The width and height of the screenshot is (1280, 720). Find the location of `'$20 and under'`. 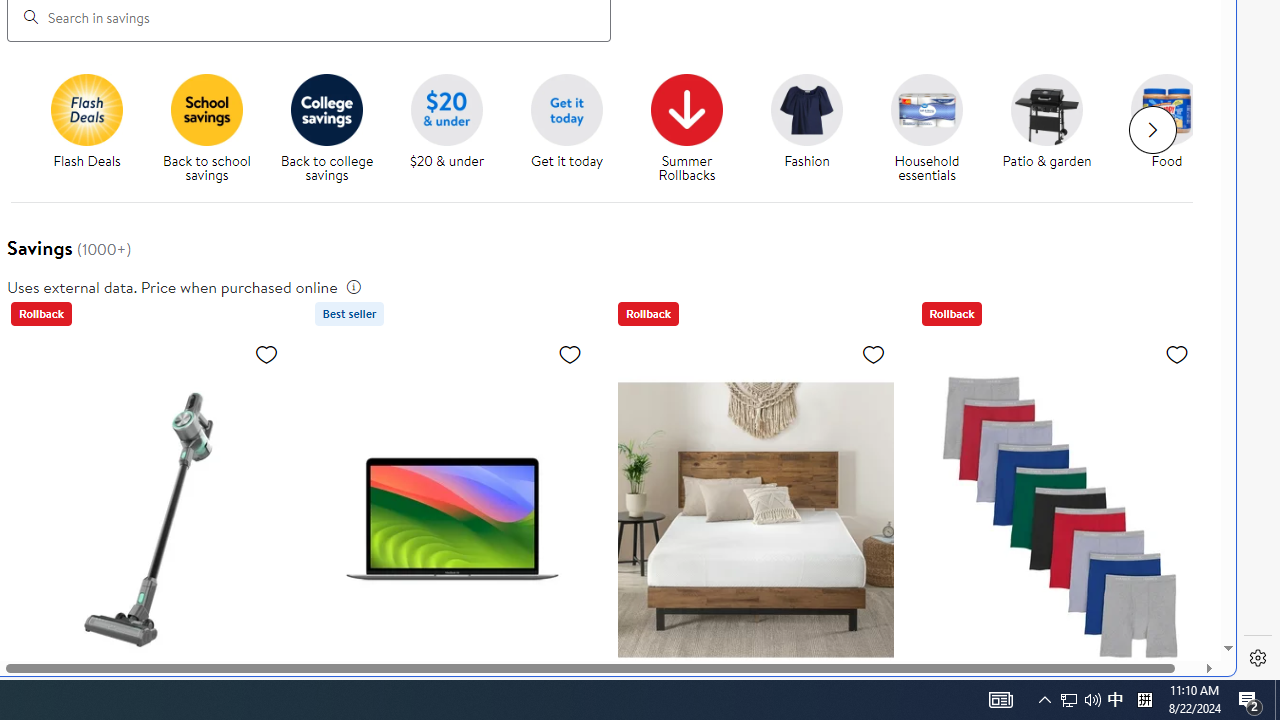

'$20 and under' is located at coordinates (445, 109).